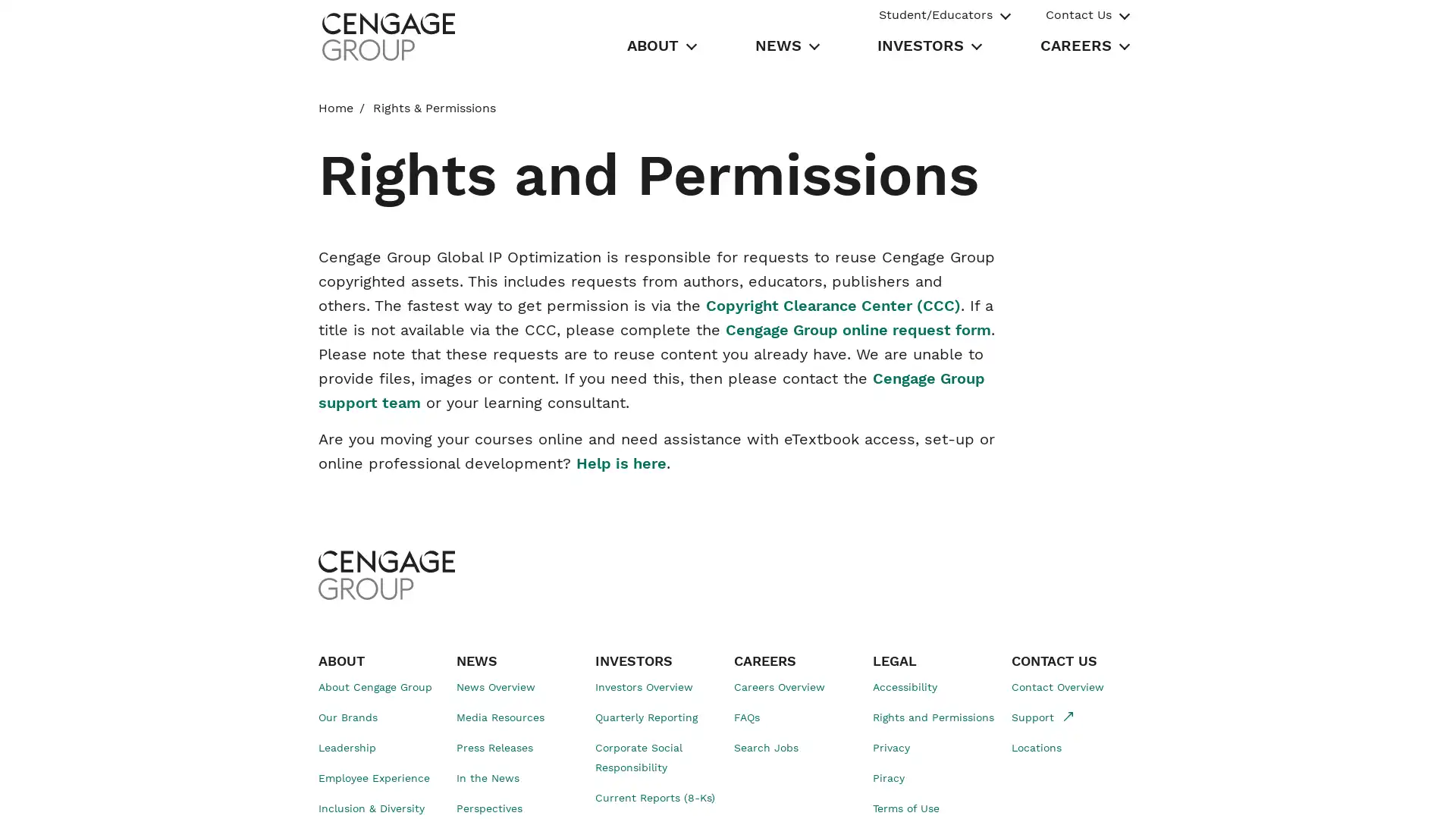  Describe the element at coordinates (1060, 789) in the screenshot. I see `Manage Options` at that location.